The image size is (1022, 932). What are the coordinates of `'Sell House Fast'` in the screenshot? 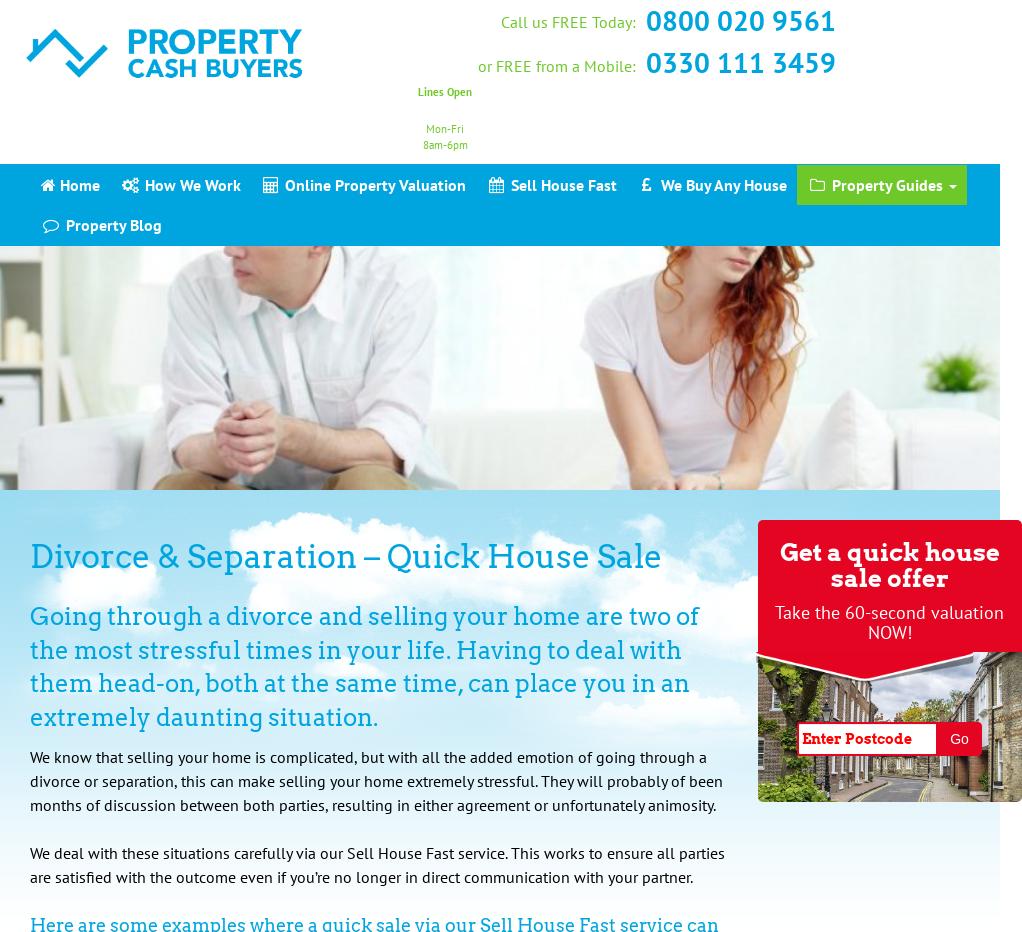 It's located at (505, 183).